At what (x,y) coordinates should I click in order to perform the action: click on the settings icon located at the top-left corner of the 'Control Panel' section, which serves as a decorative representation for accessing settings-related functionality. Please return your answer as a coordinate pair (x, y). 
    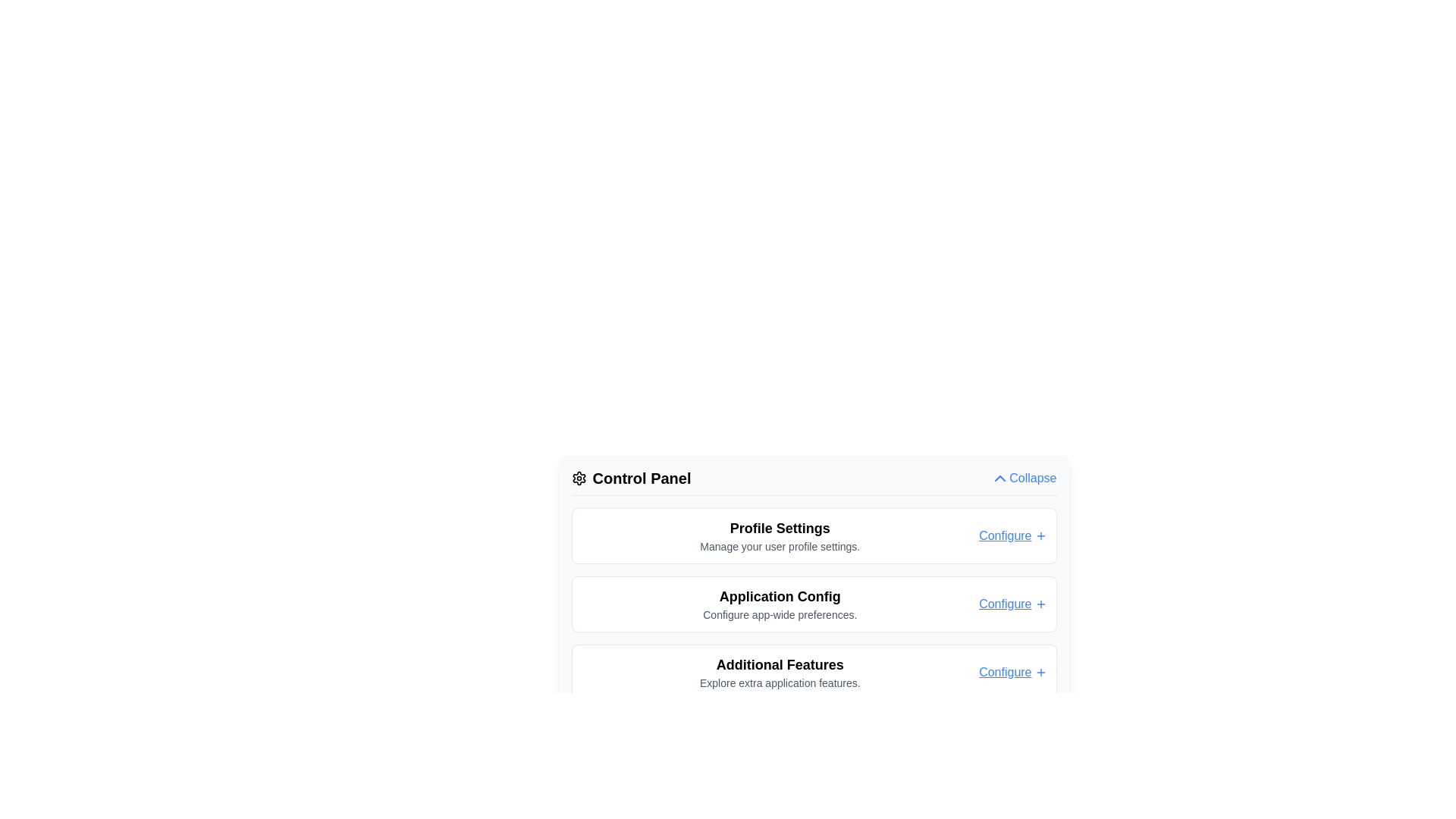
    Looking at the image, I should click on (578, 479).